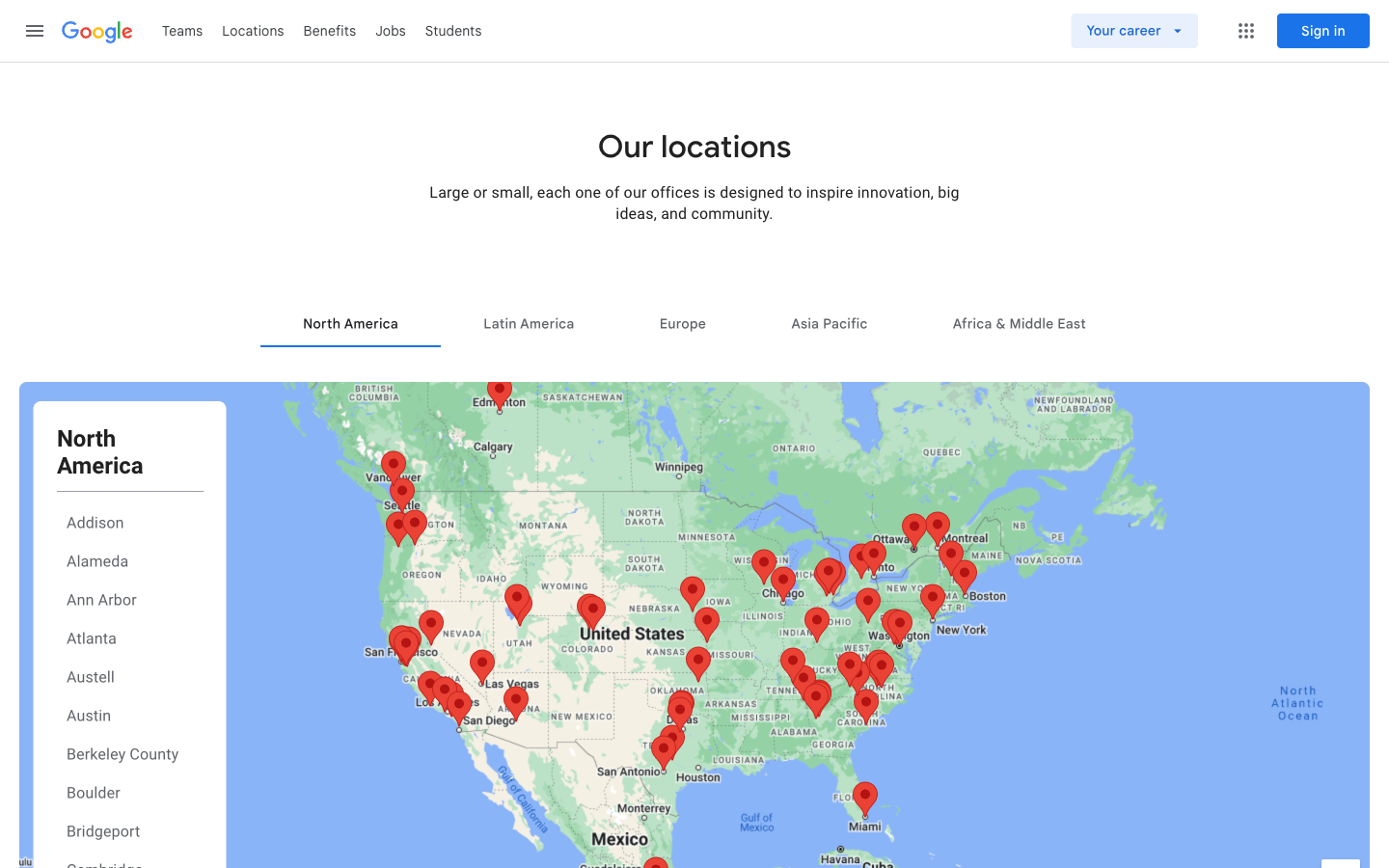 This screenshot has height=868, width=1389. Describe the element at coordinates (96, 32) in the screenshot. I see `Redirect to Google"s homepage` at that location.